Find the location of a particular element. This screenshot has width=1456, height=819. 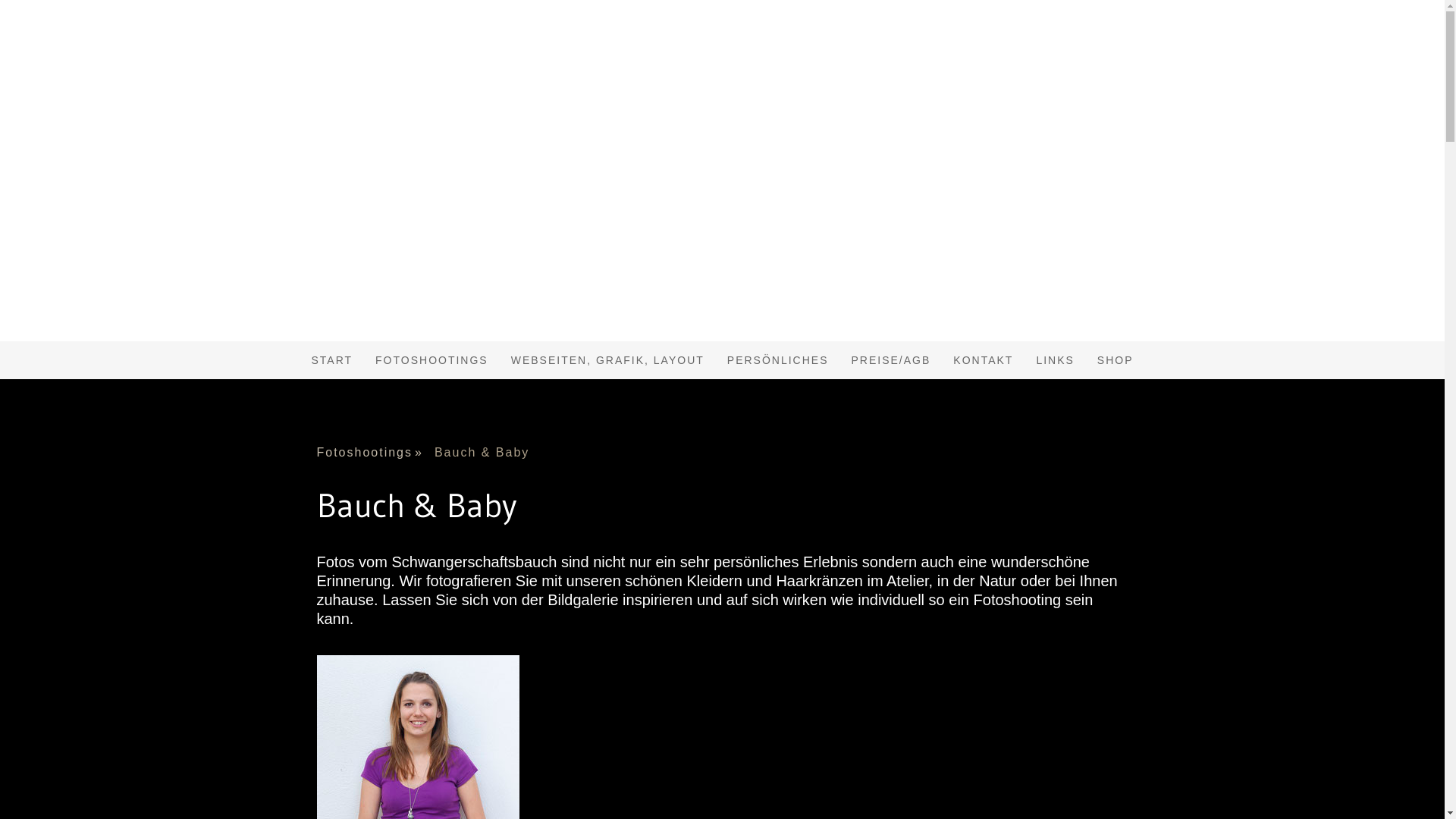

'WEBSEITEN, GRAFIK, LAYOUT' is located at coordinates (607, 359).